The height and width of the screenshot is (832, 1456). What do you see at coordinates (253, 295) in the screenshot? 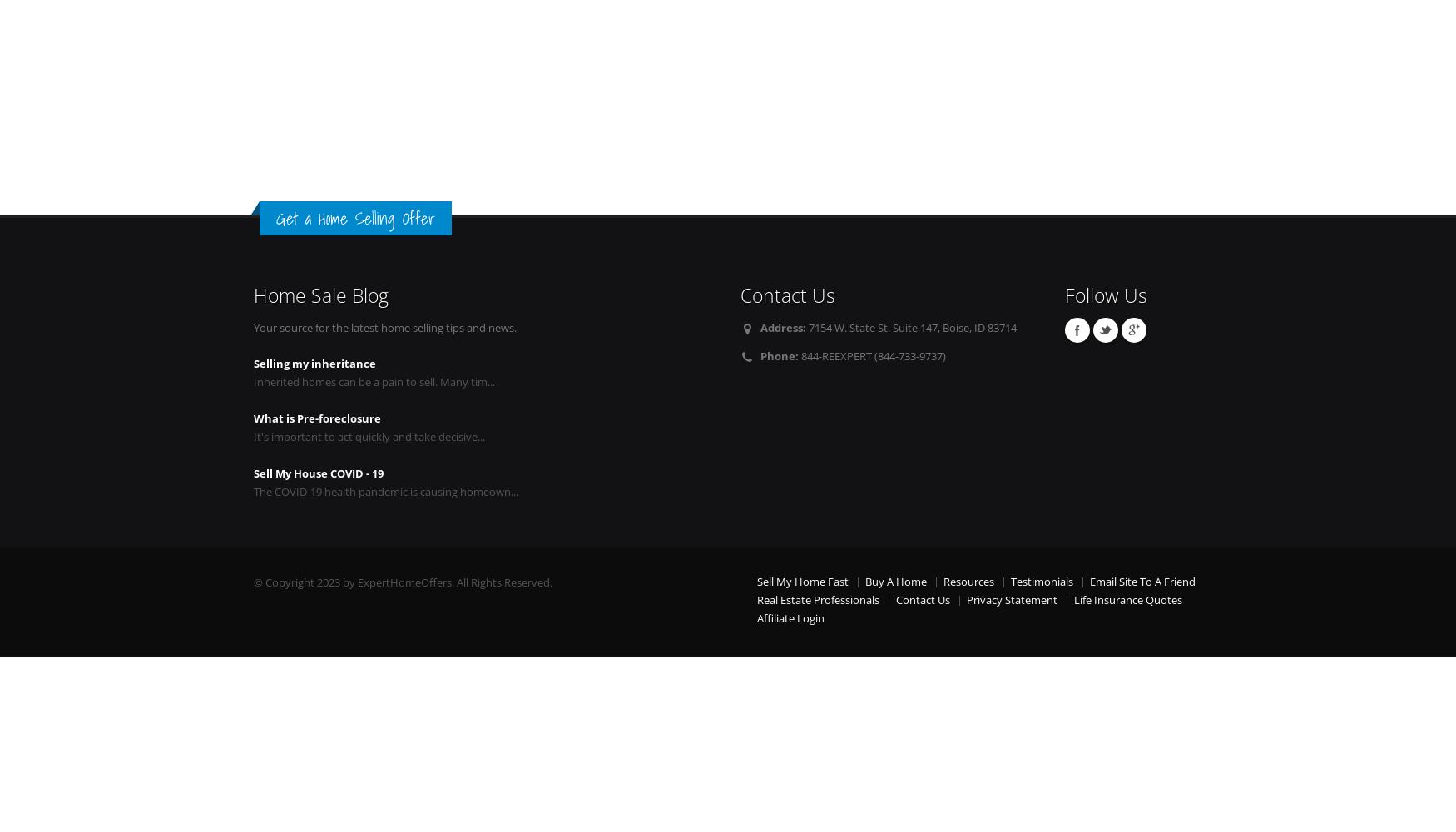
I see `'Home Sale Blog'` at bounding box center [253, 295].